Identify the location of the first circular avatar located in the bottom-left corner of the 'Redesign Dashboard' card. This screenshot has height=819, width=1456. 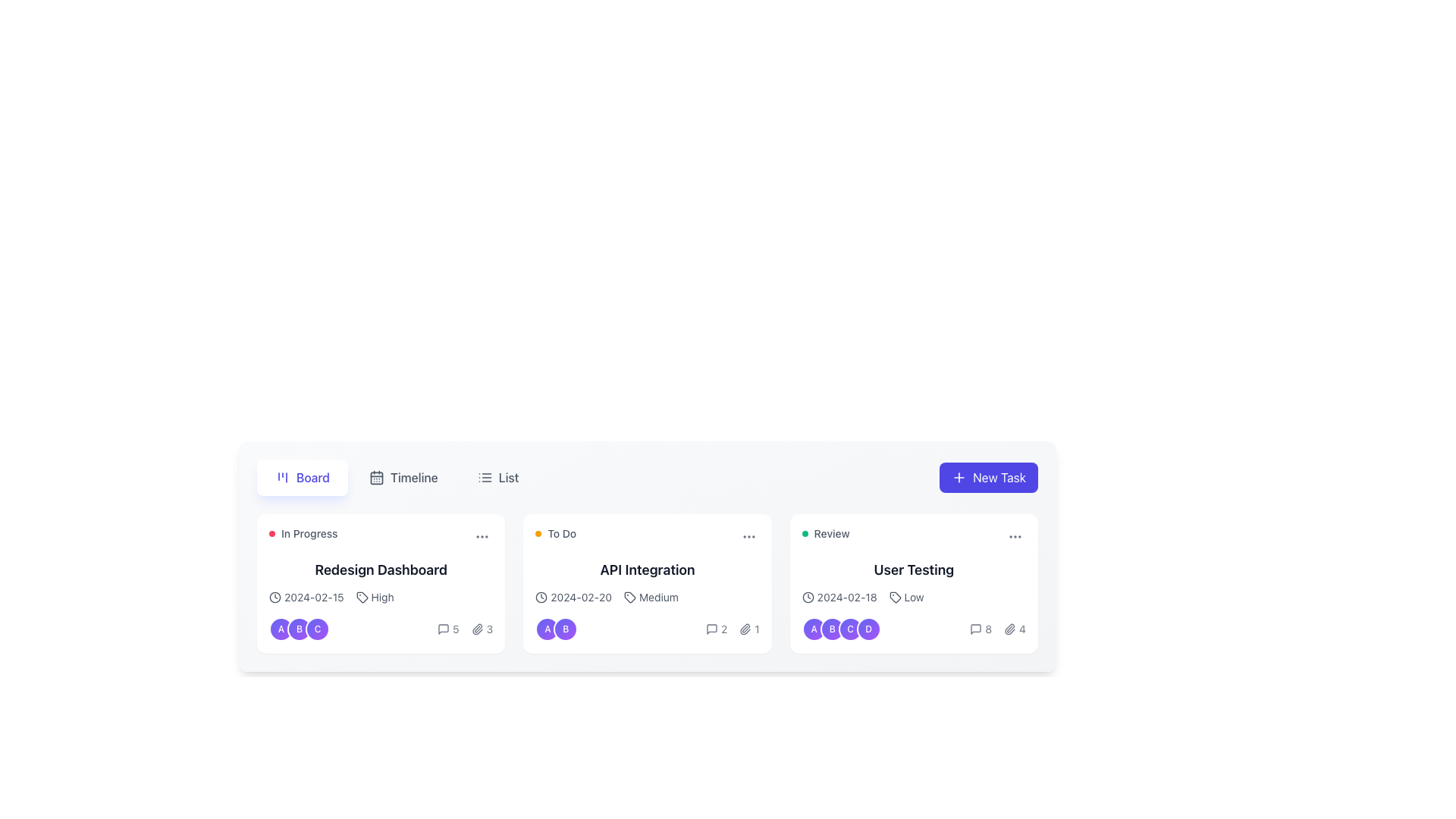
(281, 629).